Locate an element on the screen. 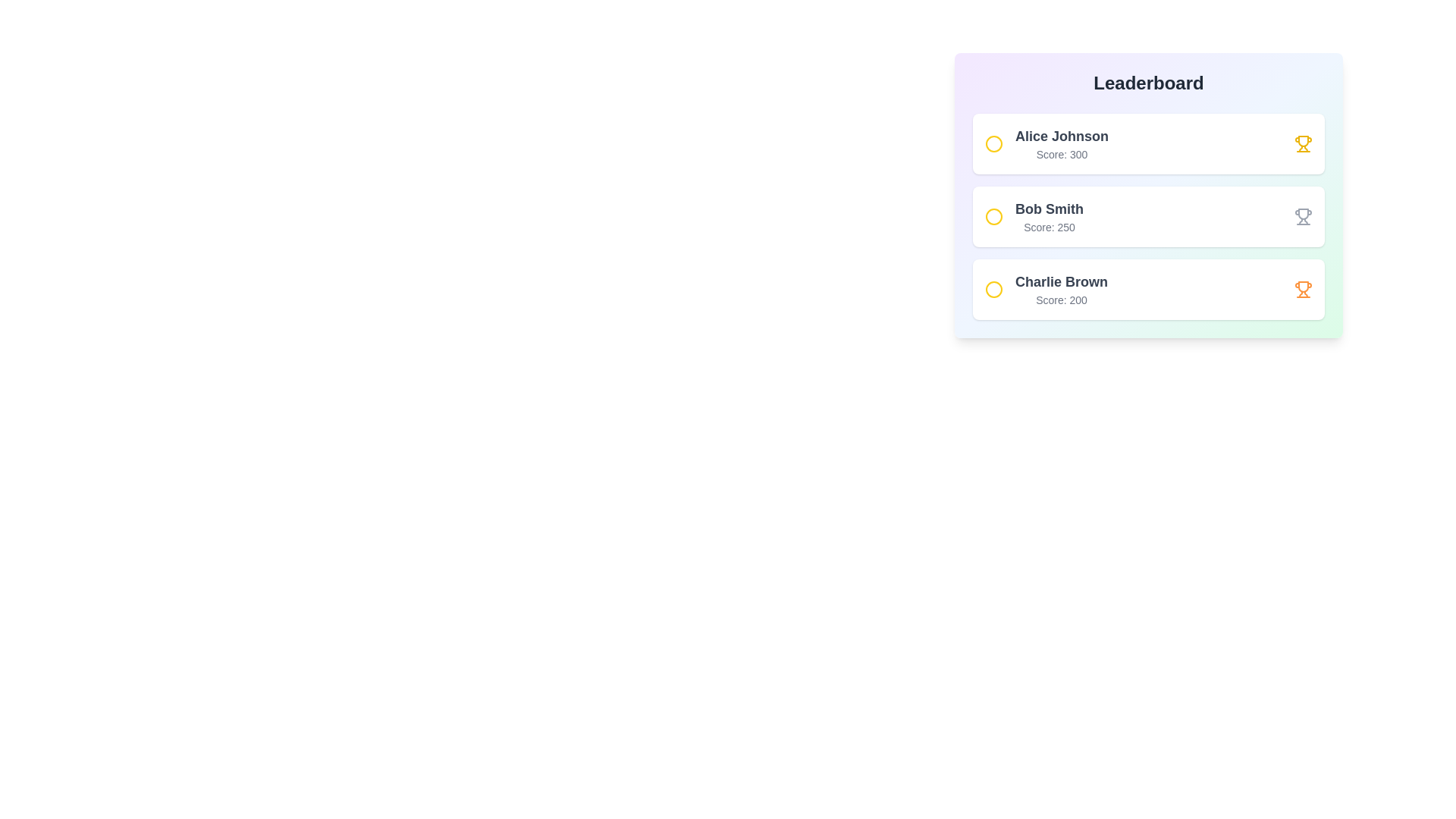 Image resolution: width=1456 pixels, height=819 pixels. the leaderboard title to highlight or copy it is located at coordinates (1149, 83).